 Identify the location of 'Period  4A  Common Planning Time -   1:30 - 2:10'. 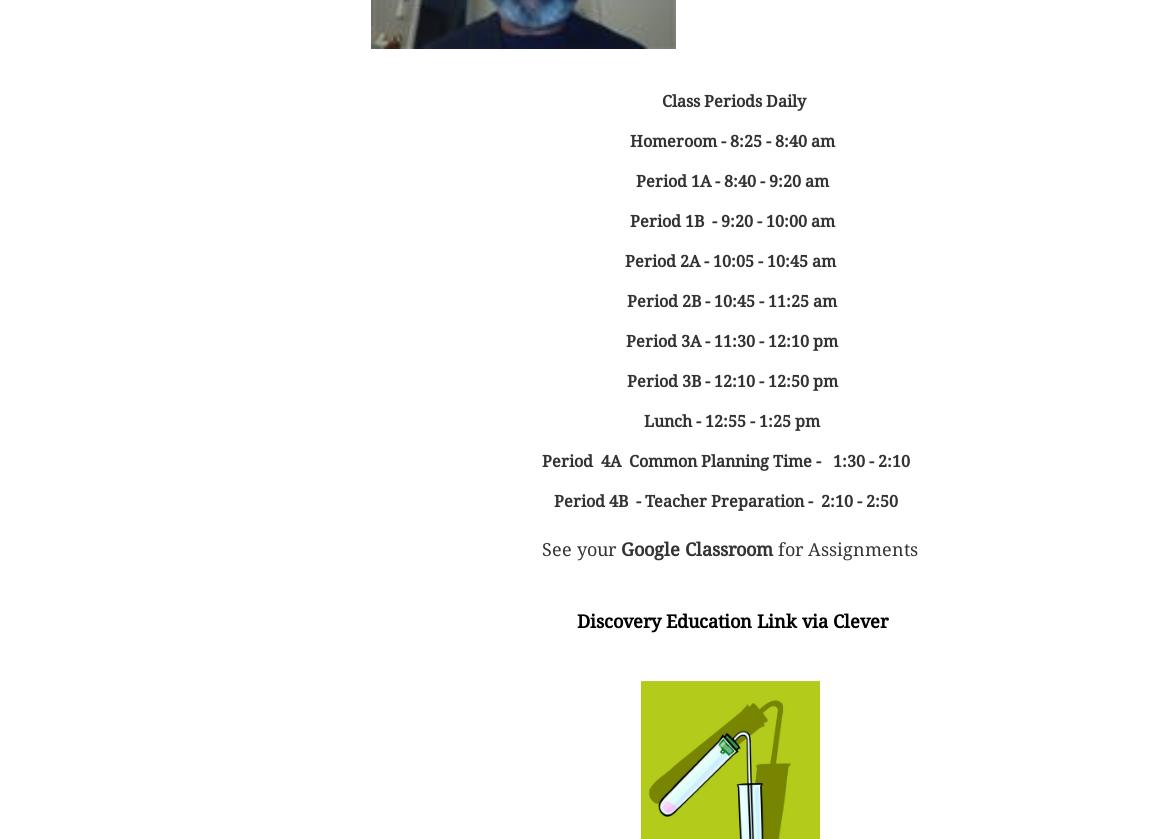
(732, 460).